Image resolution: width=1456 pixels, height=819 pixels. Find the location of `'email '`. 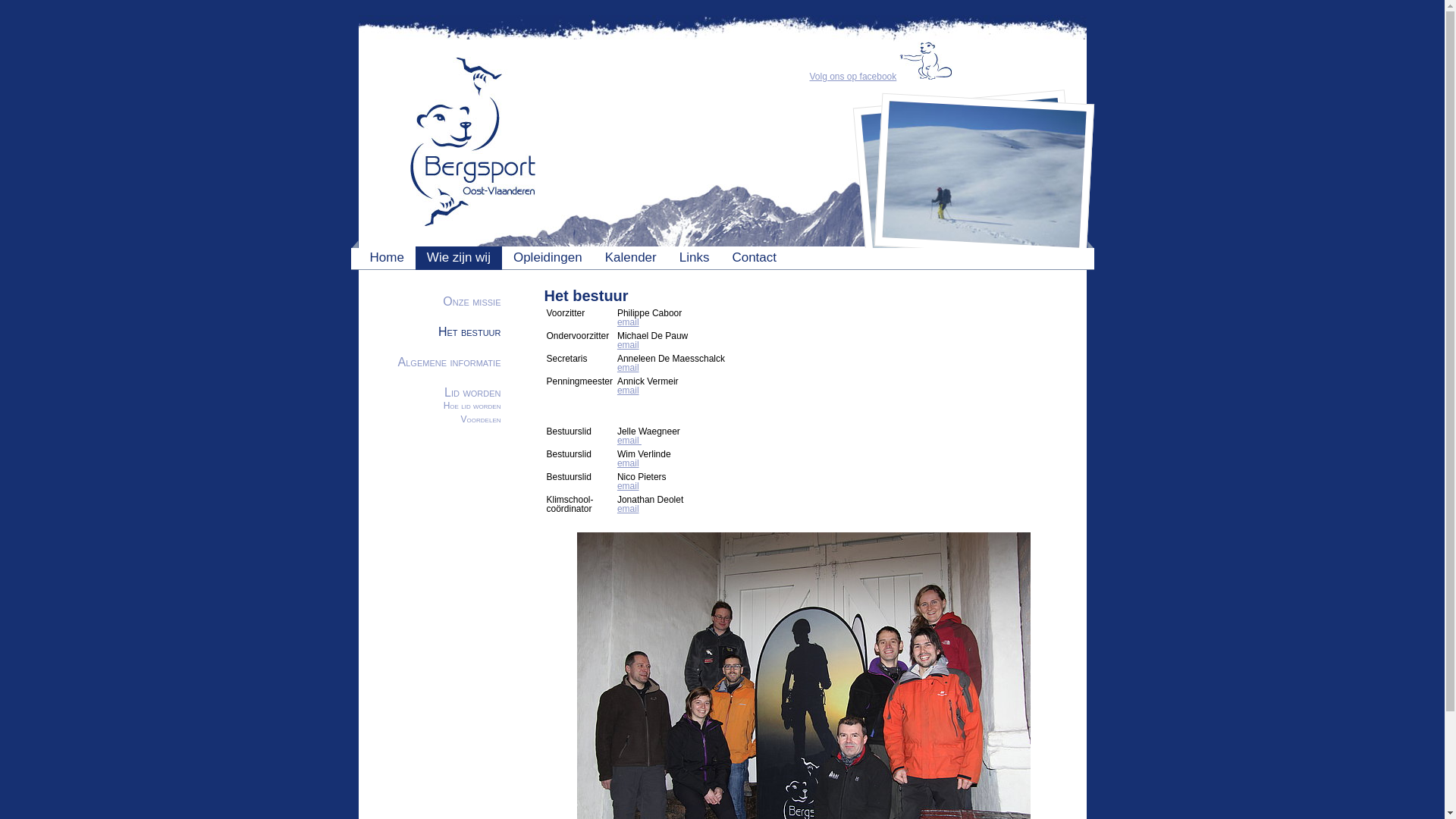

'email ' is located at coordinates (629, 441).